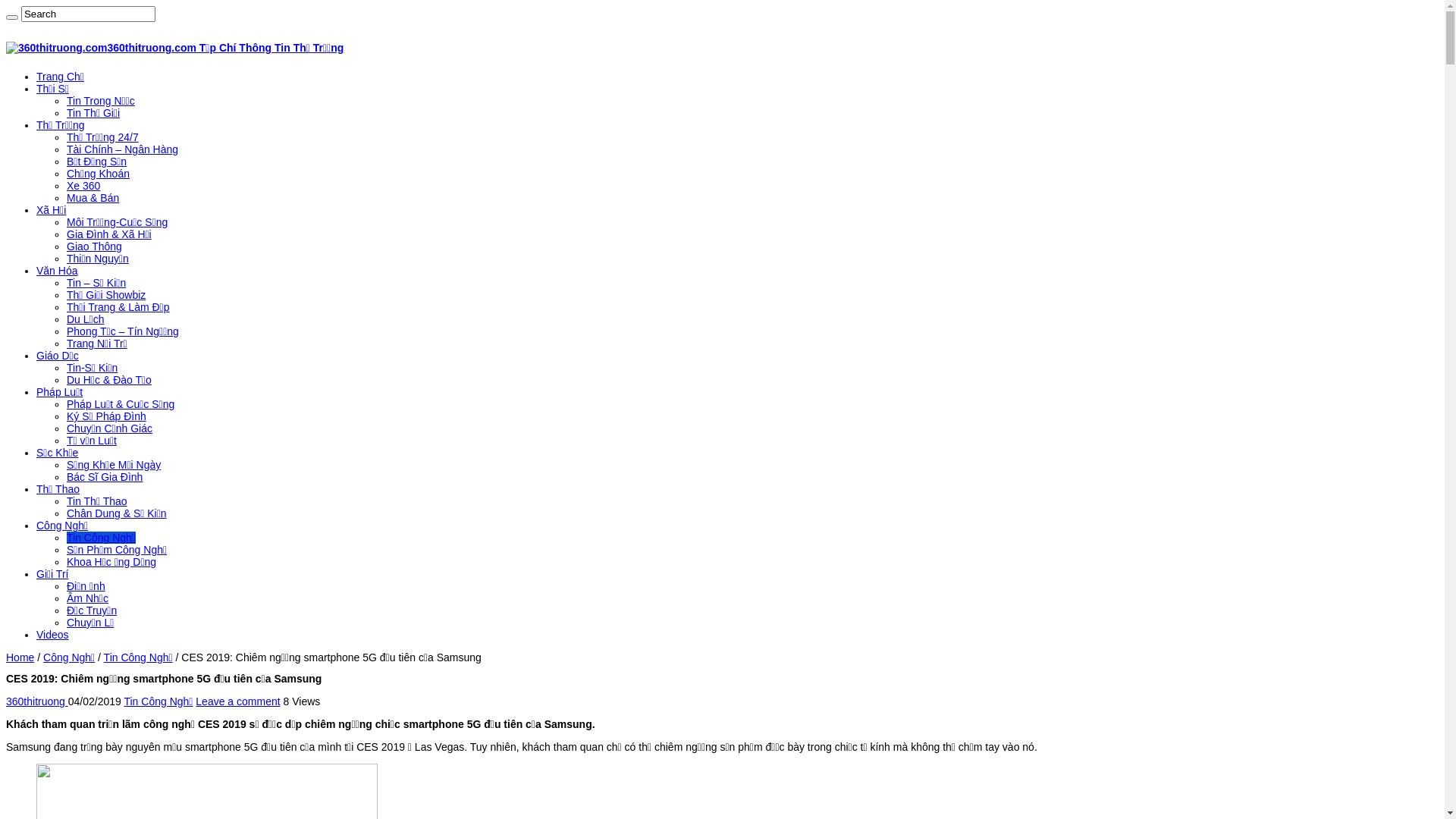  Describe the element at coordinates (52, 635) in the screenshot. I see `'Videos'` at that location.